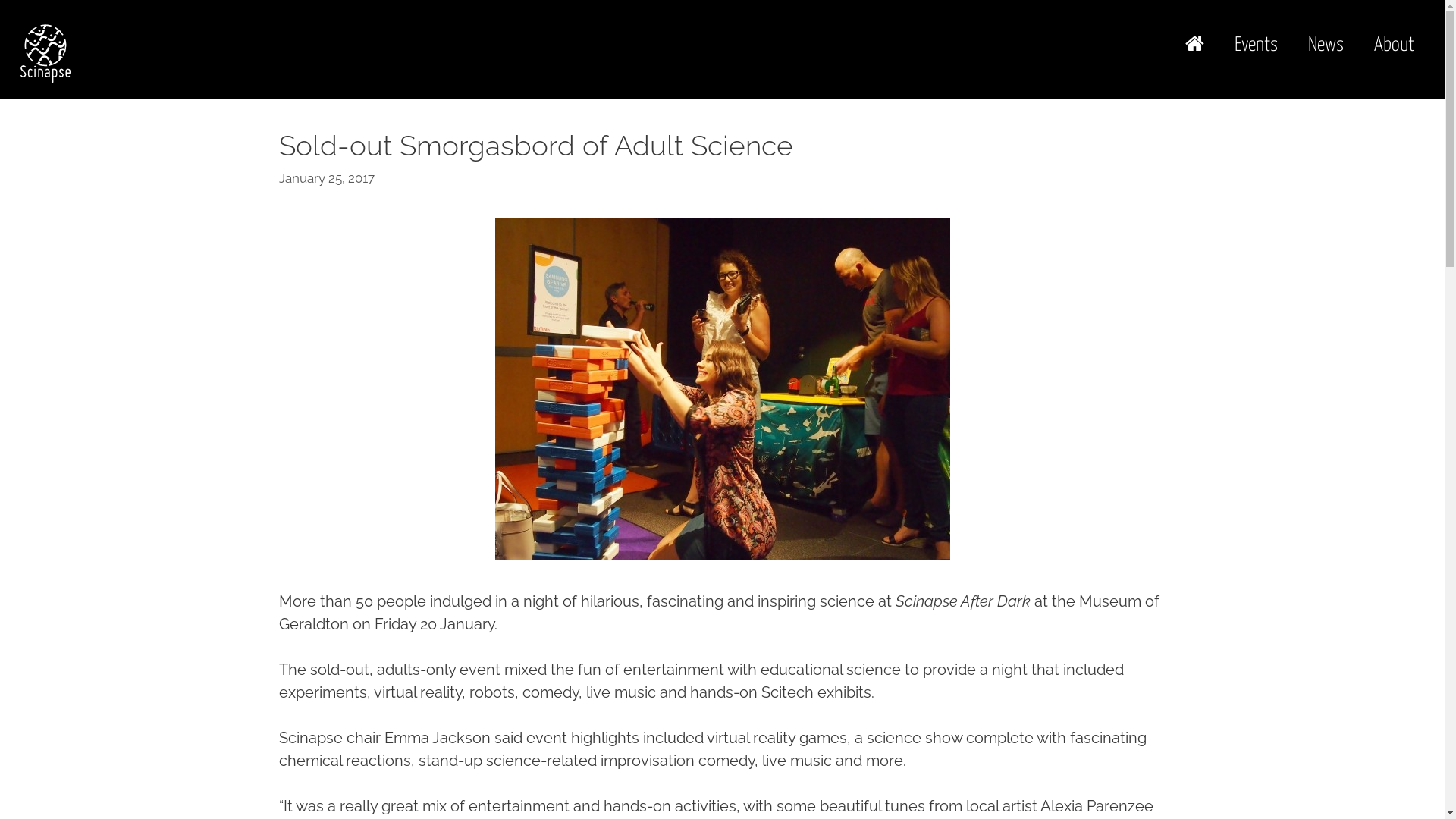 This screenshot has width=1456, height=819. Describe the element at coordinates (326, 177) in the screenshot. I see `'January 25, 2017'` at that location.